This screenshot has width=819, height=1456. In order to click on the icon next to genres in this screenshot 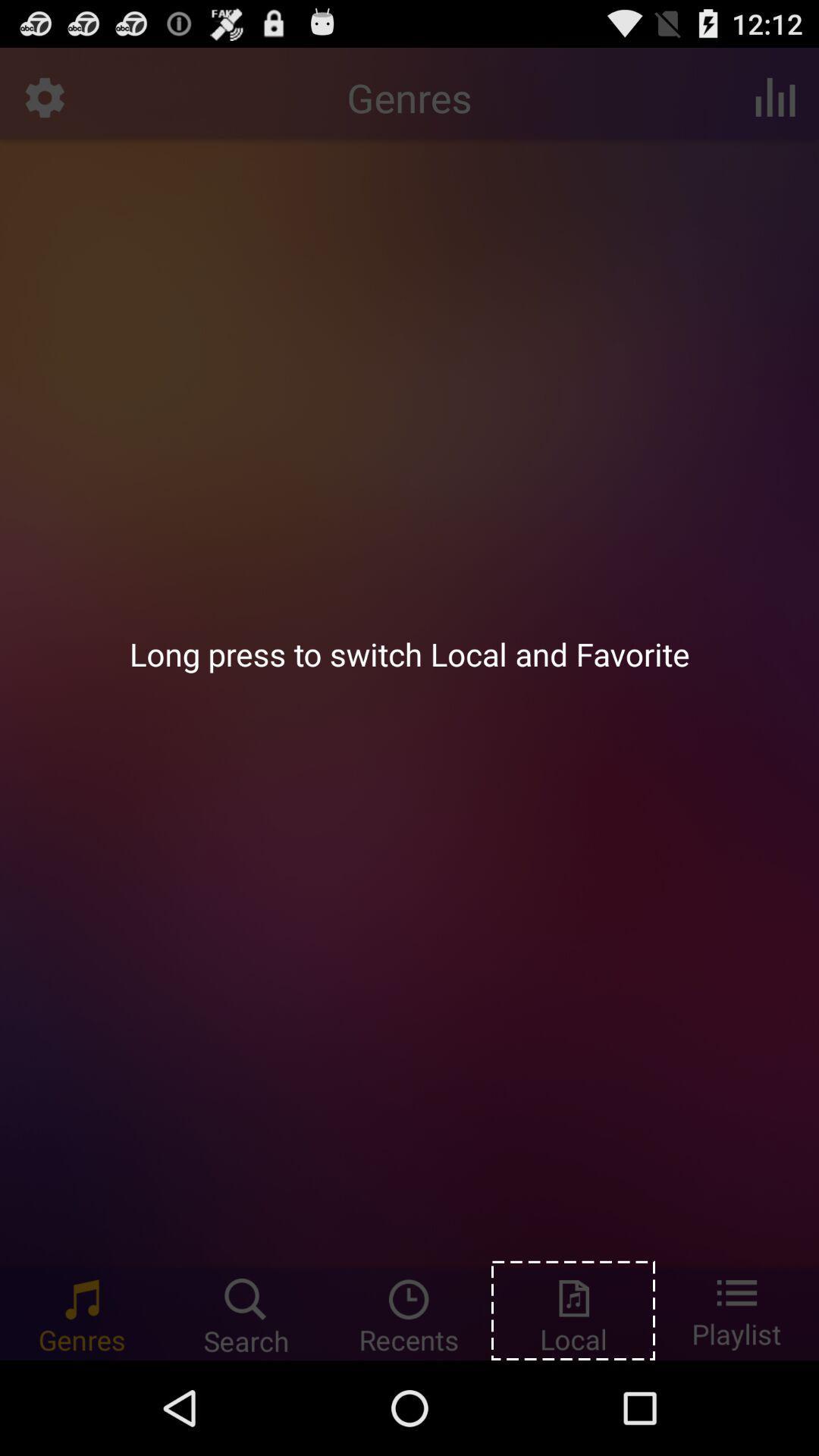, I will do `click(775, 96)`.